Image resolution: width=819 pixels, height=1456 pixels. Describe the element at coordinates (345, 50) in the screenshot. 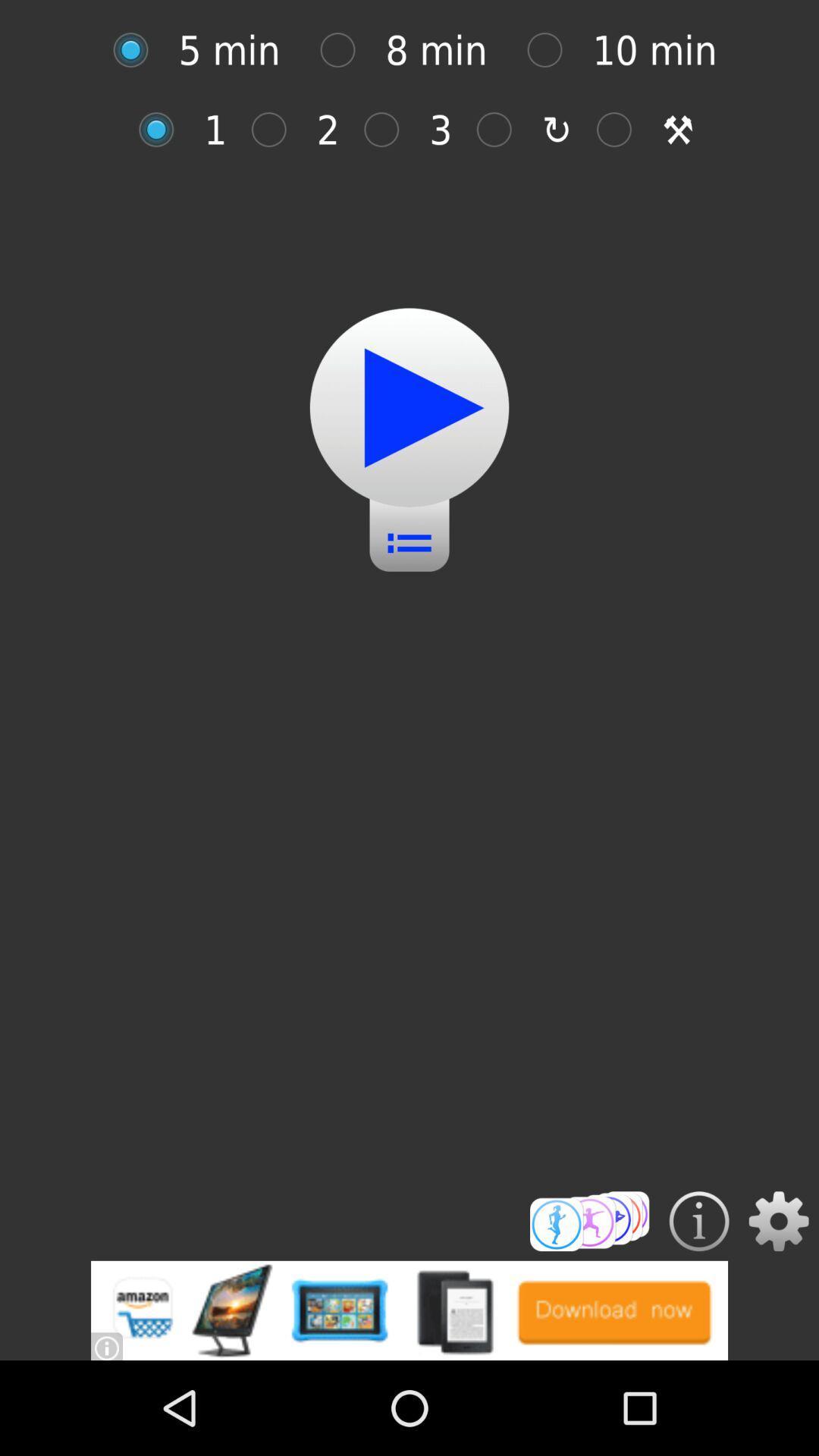

I see `the time` at that location.